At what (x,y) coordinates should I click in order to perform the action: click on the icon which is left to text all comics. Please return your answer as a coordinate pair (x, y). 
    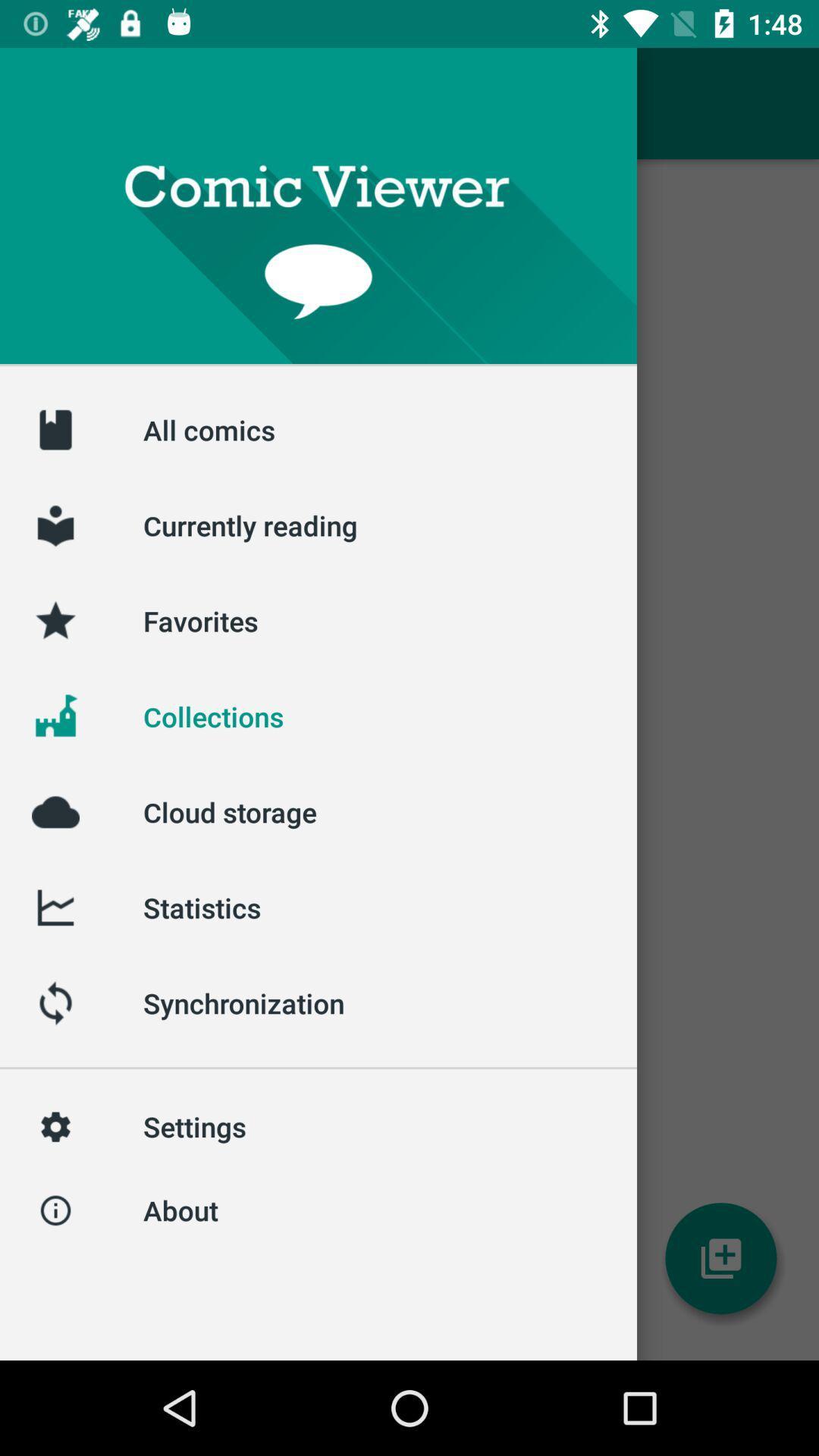
    Looking at the image, I should click on (55, 428).